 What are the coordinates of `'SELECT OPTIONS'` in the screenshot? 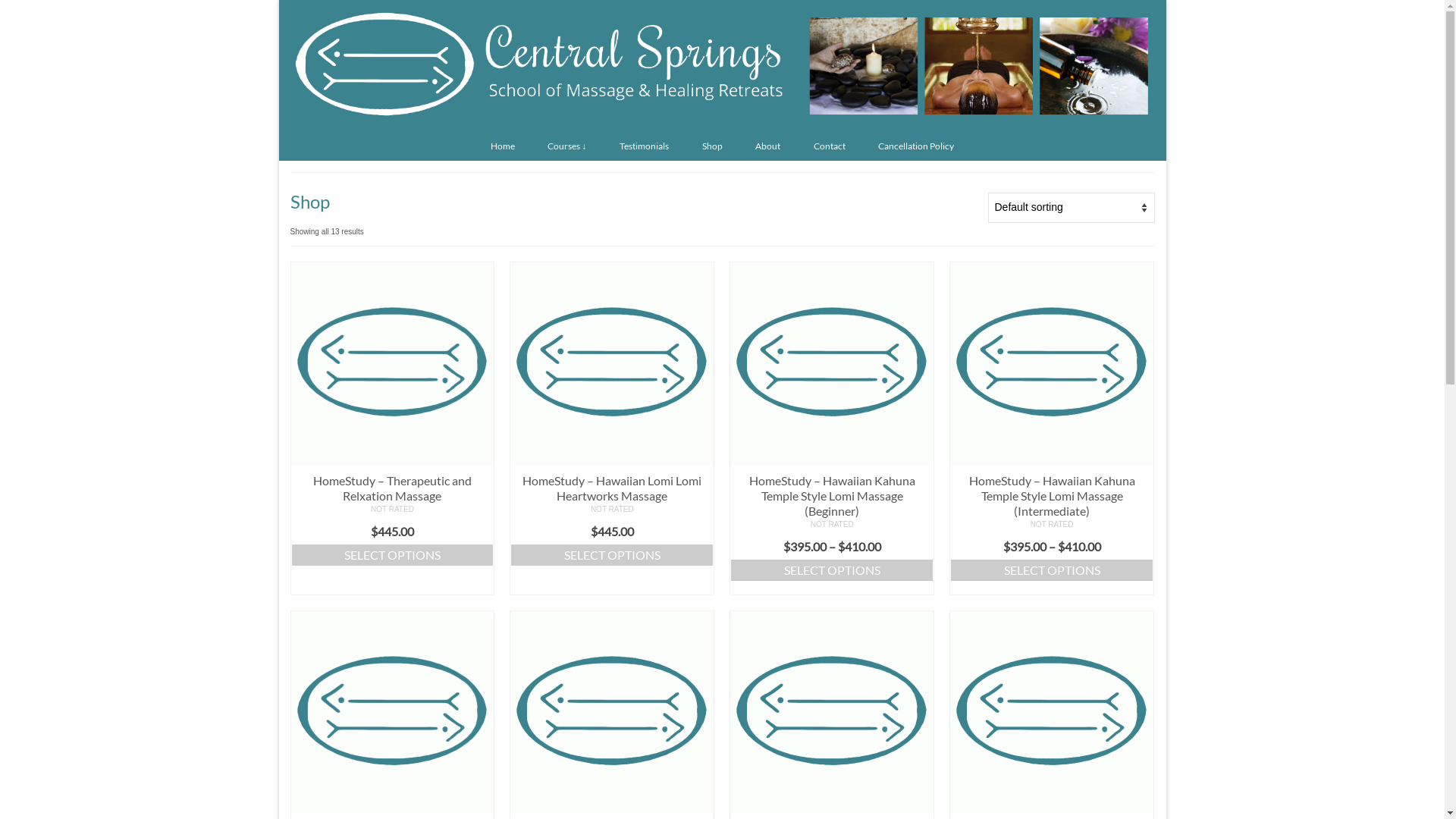 It's located at (611, 555).